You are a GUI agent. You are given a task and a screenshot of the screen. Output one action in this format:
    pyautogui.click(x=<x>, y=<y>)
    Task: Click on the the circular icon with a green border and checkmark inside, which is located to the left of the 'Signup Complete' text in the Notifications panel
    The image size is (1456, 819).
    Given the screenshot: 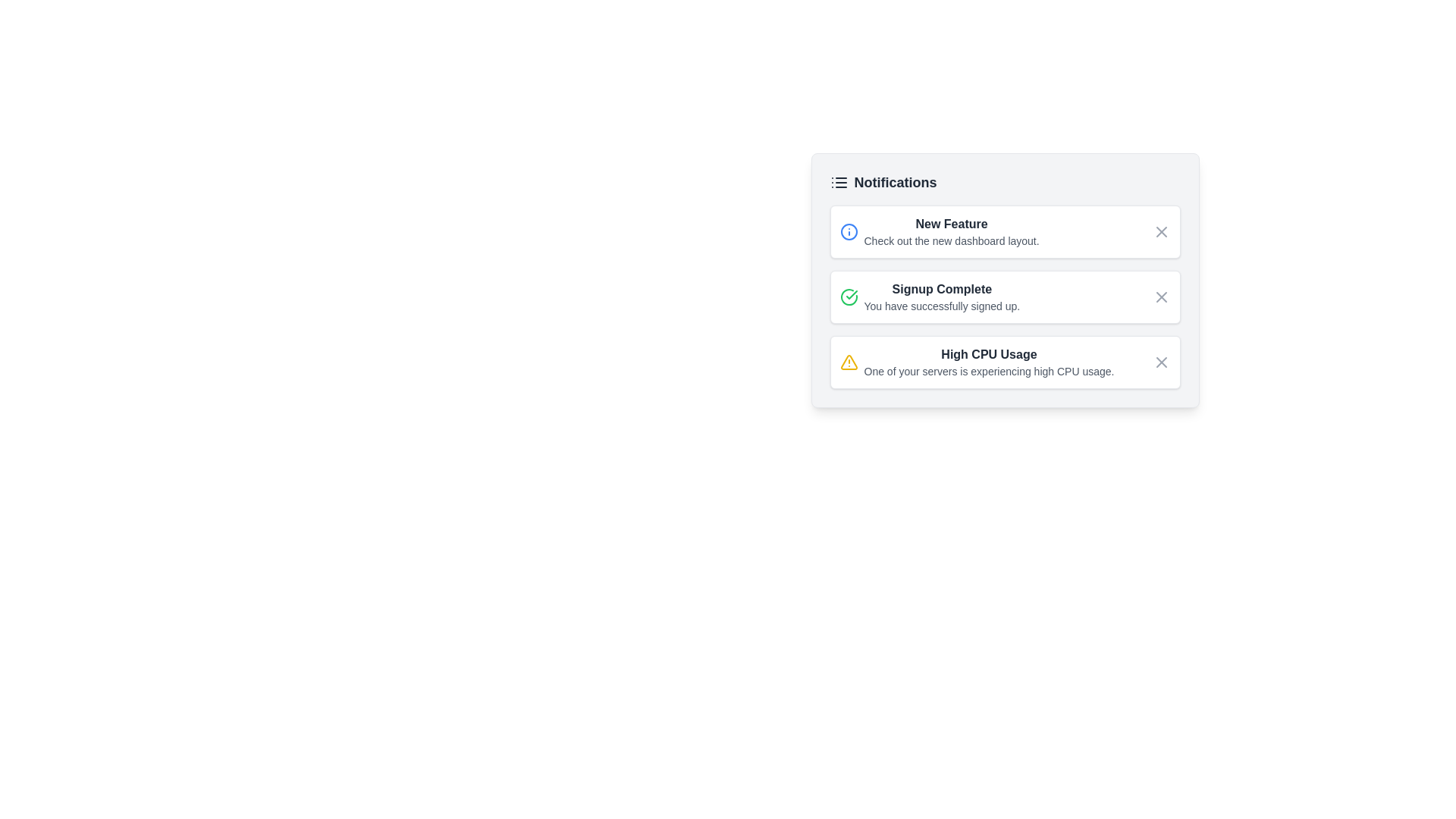 What is the action you would take?
    pyautogui.click(x=848, y=297)
    